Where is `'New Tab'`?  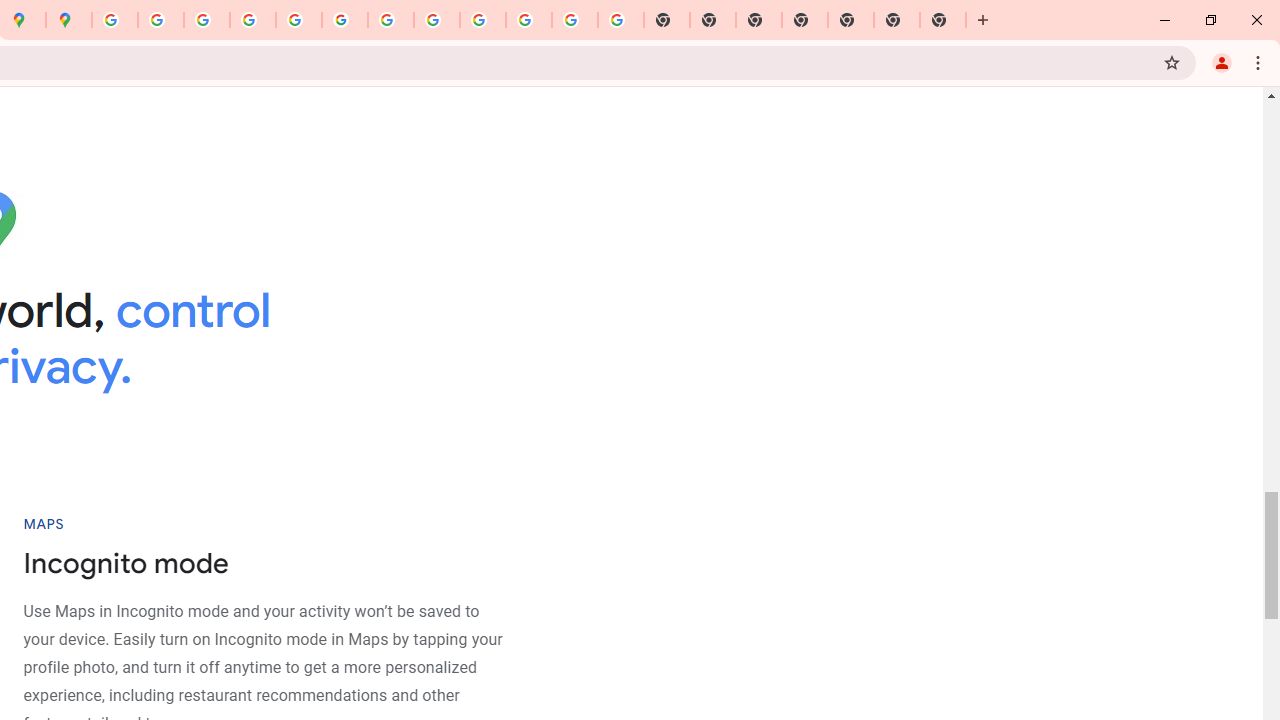
'New Tab' is located at coordinates (896, 20).